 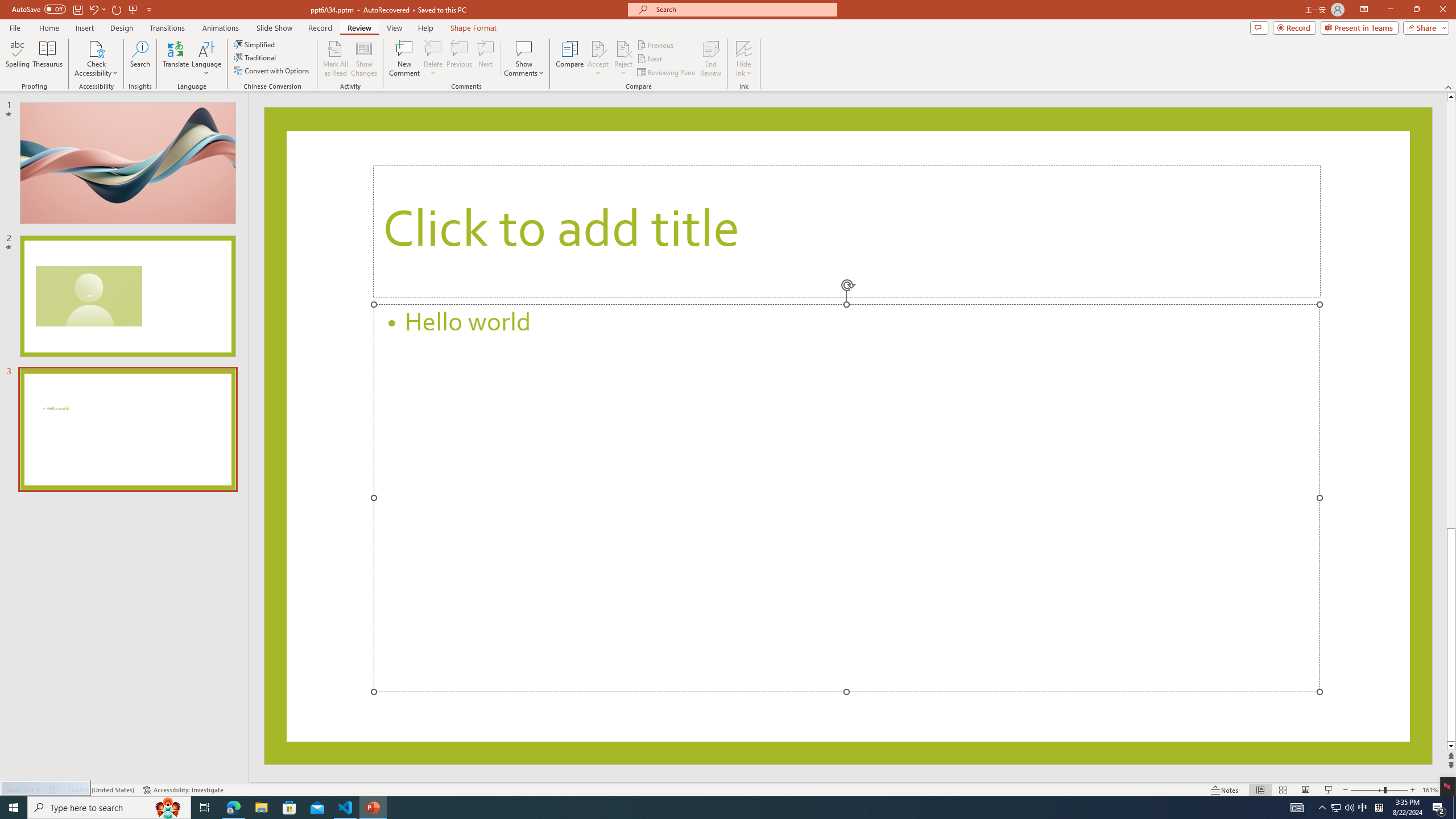 What do you see at coordinates (271, 69) in the screenshot?
I see `'Convert with Options...'` at bounding box center [271, 69].